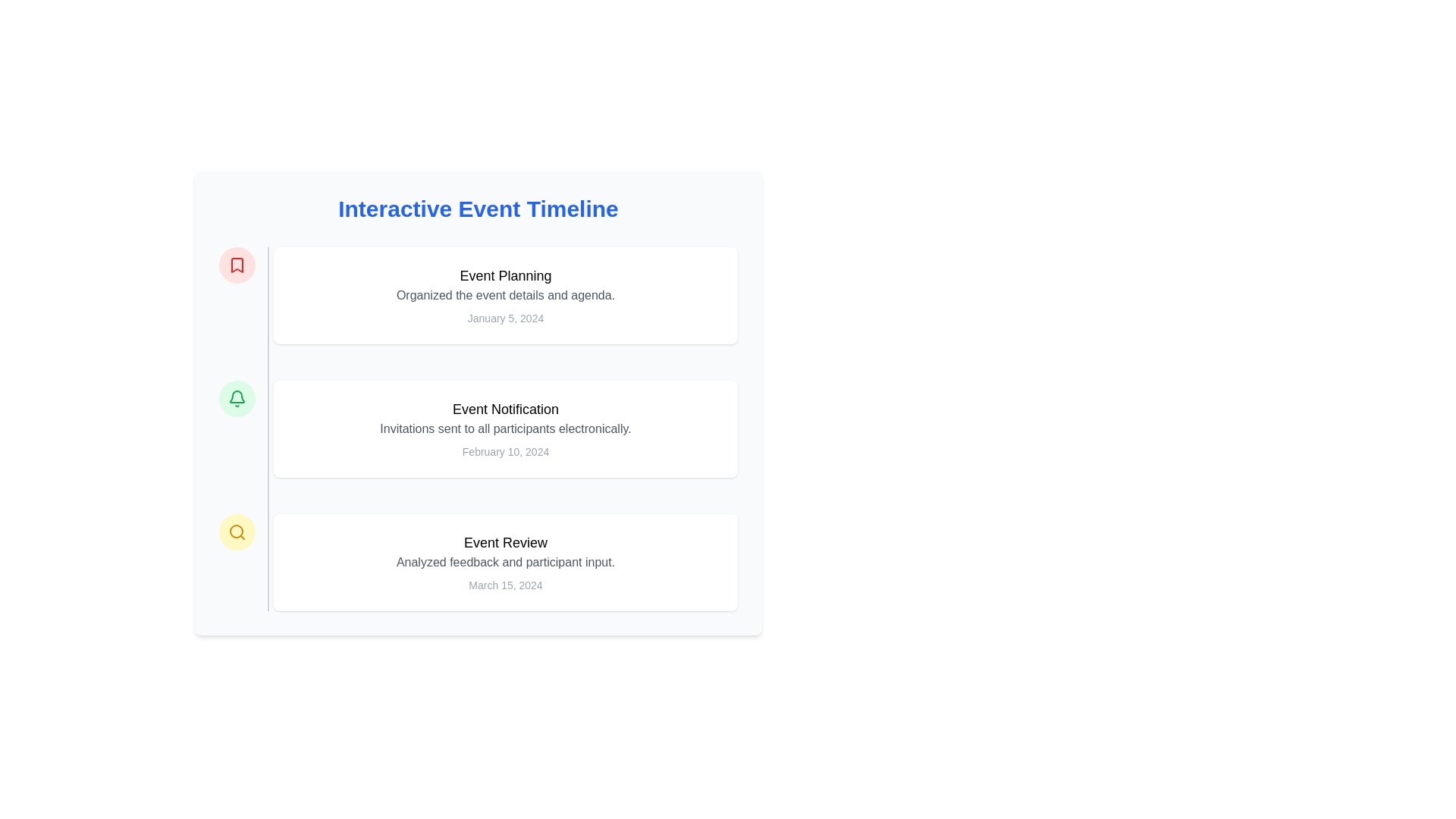 This screenshot has height=819, width=1456. What do you see at coordinates (506, 562) in the screenshot?
I see `details of the third card in the vertical list that displays information about an event review, which includes the event name, summary, and date` at bounding box center [506, 562].